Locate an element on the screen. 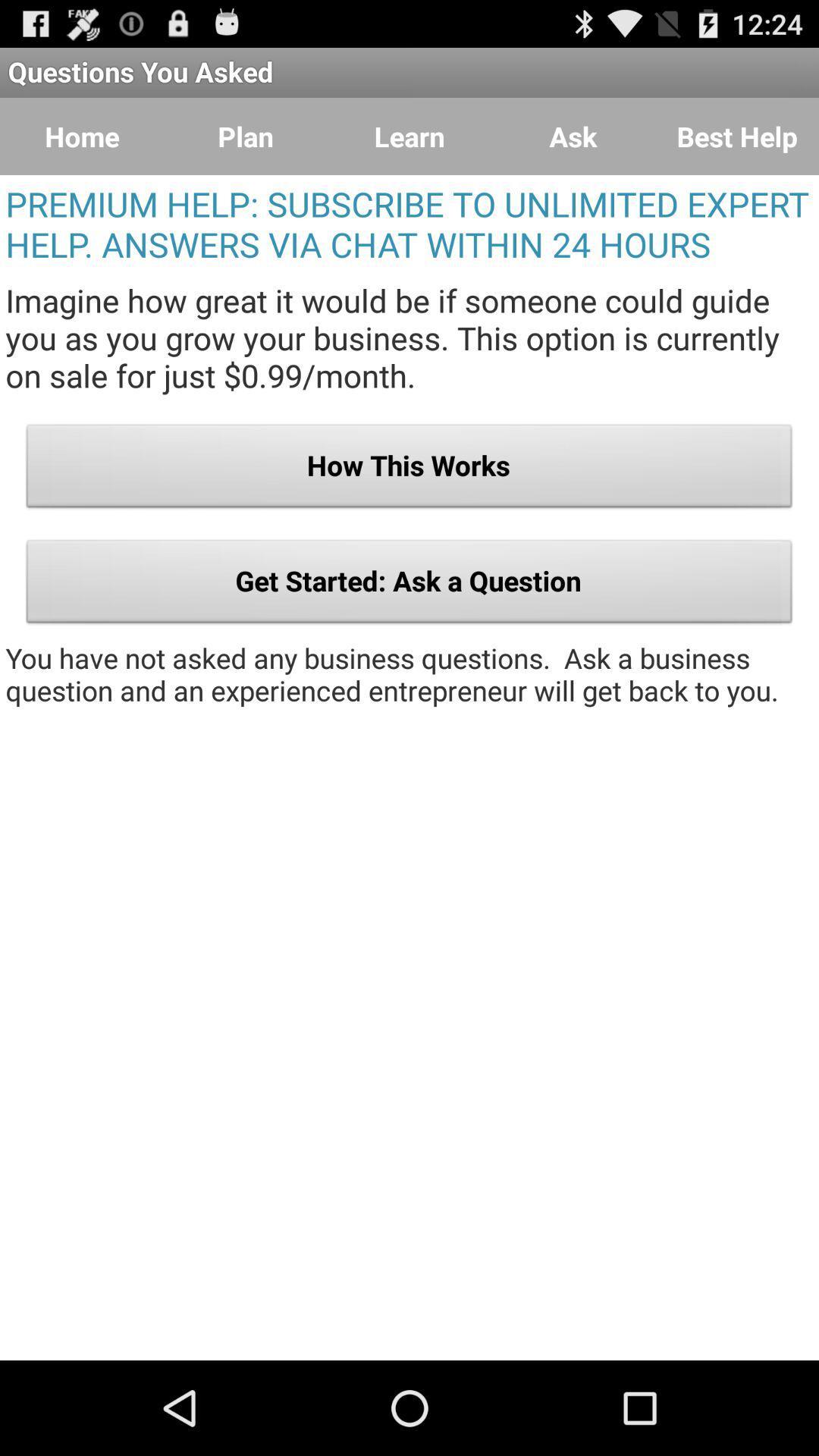  the item below questions you asked is located at coordinates (245, 136).